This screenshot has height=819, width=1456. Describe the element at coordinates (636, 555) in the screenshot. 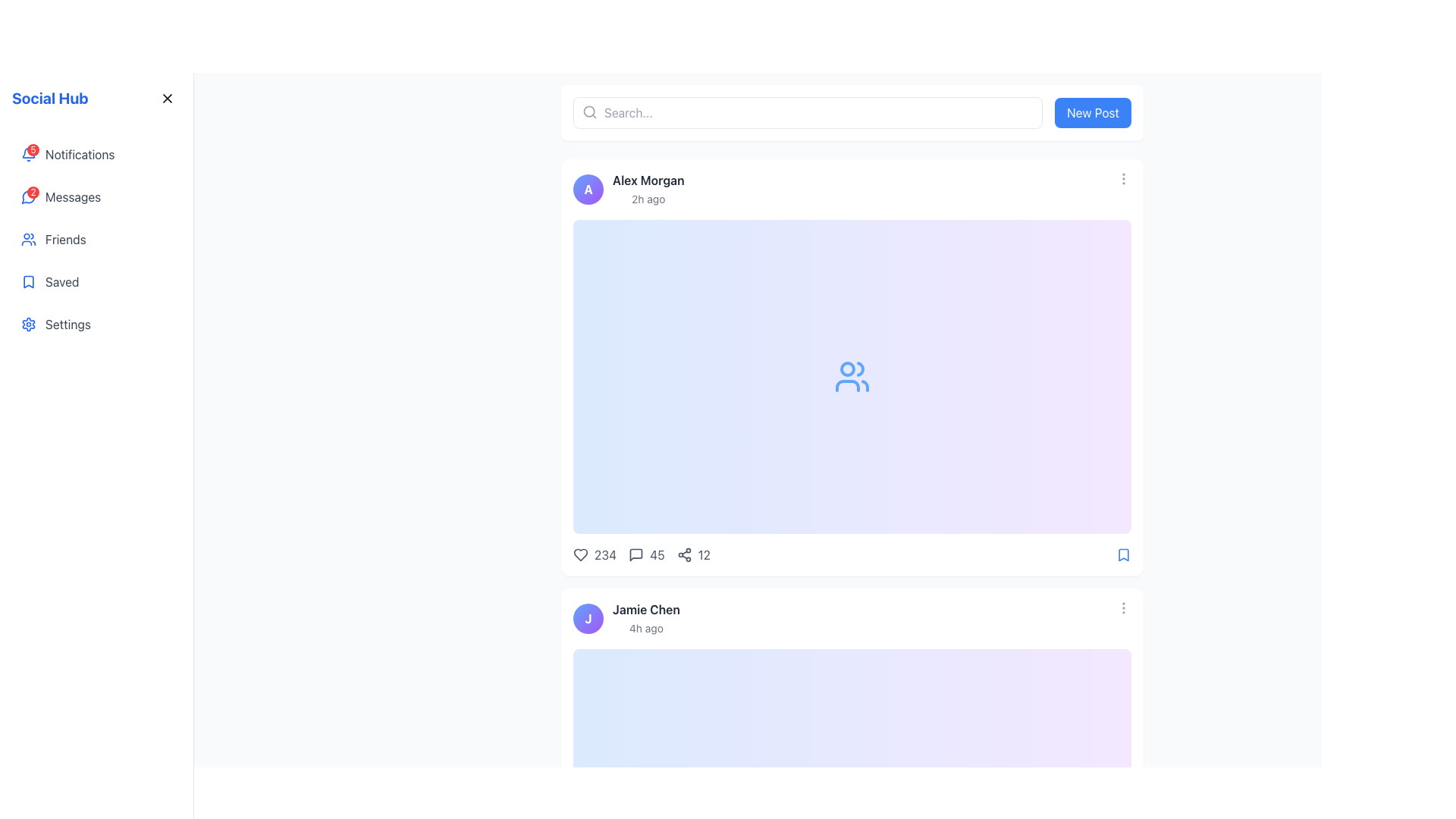

I see `the message or comment icon located in the interaction bar below a post` at that location.